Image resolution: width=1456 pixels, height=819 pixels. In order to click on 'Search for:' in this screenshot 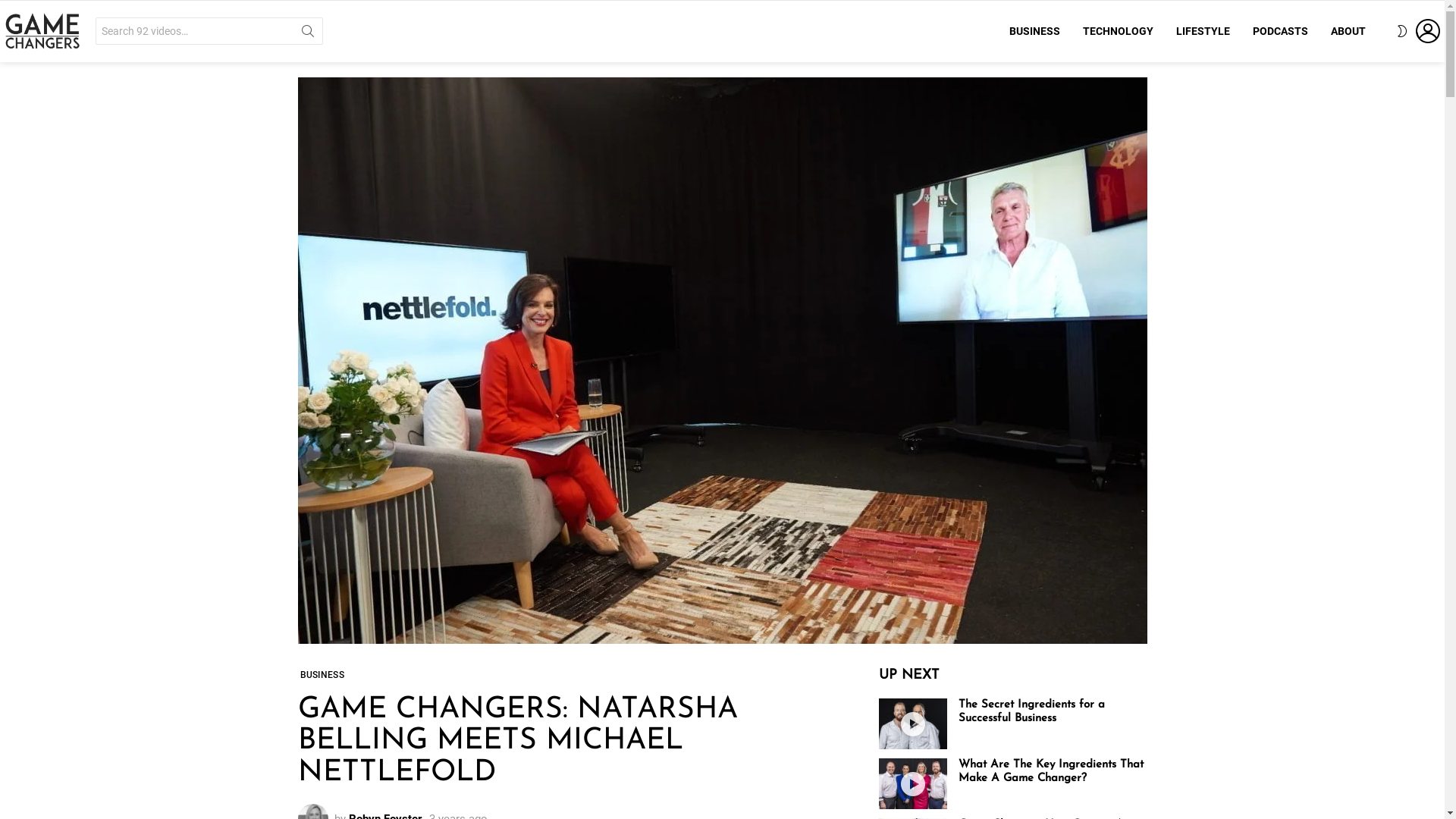, I will do `click(208, 31)`.